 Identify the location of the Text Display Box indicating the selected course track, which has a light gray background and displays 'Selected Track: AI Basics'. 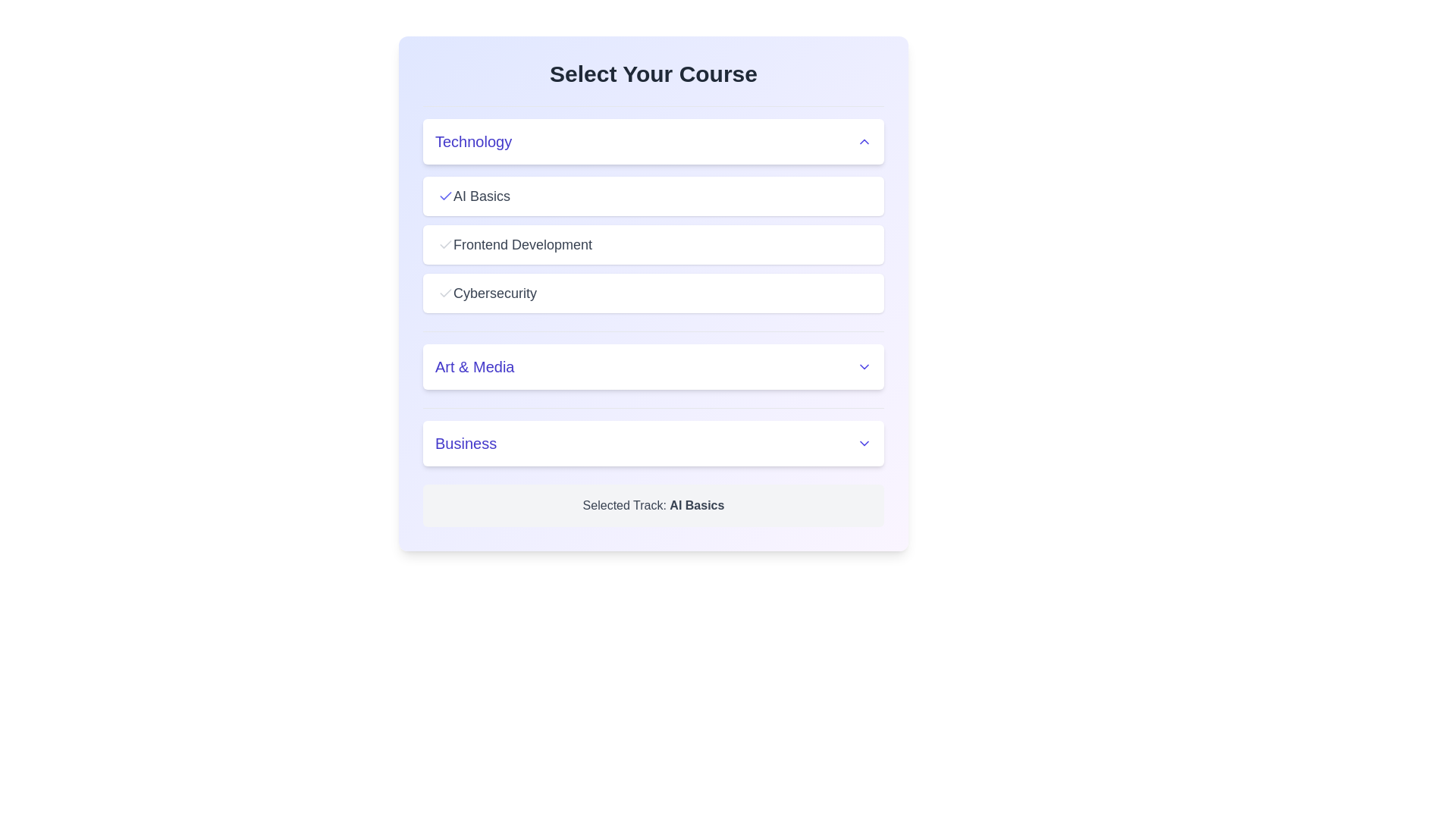
(654, 506).